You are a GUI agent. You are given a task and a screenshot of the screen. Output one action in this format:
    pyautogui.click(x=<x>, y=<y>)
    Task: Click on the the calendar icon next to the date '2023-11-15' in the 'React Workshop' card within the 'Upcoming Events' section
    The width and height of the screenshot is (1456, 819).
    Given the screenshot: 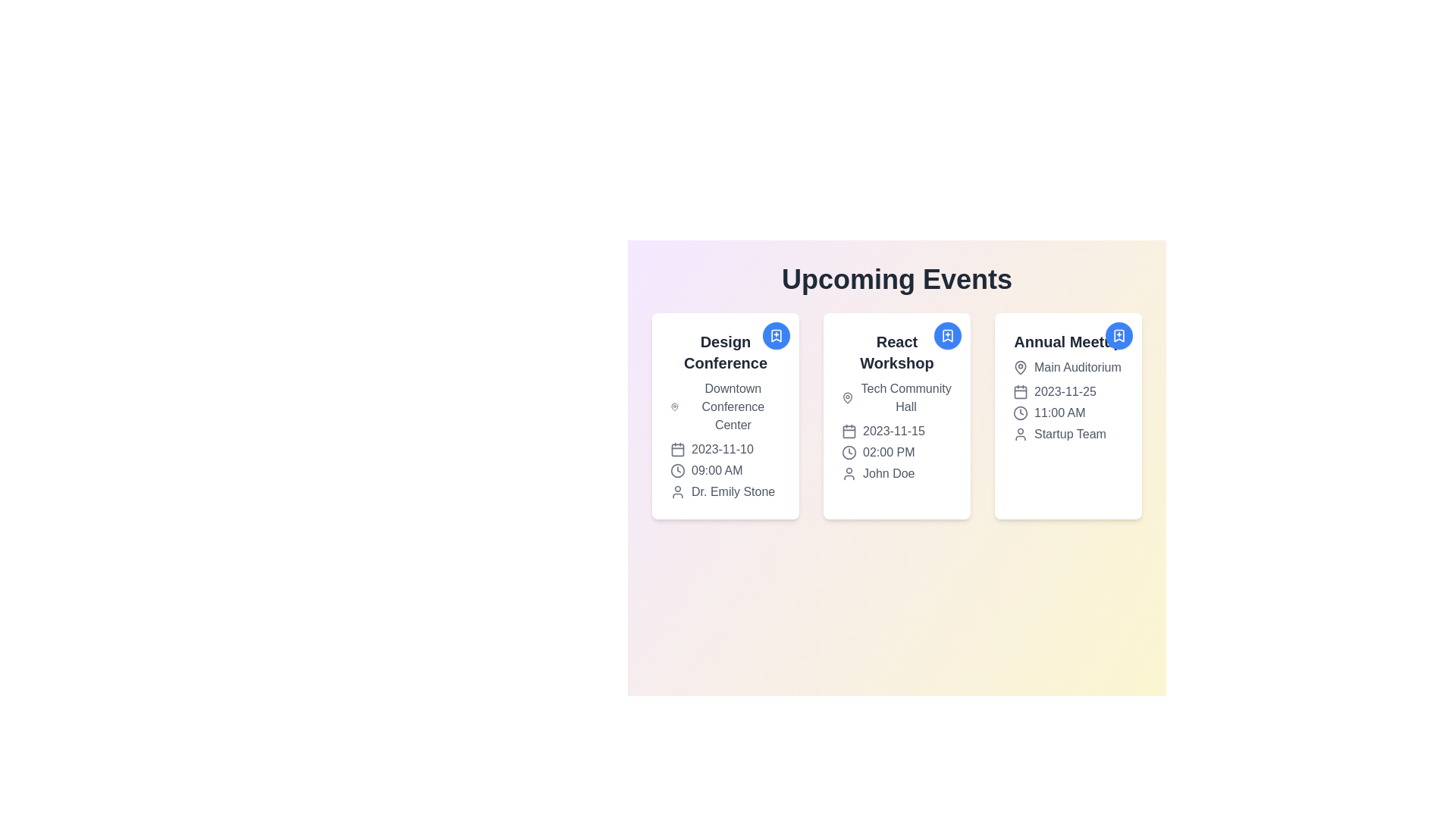 What is the action you would take?
    pyautogui.click(x=848, y=431)
    